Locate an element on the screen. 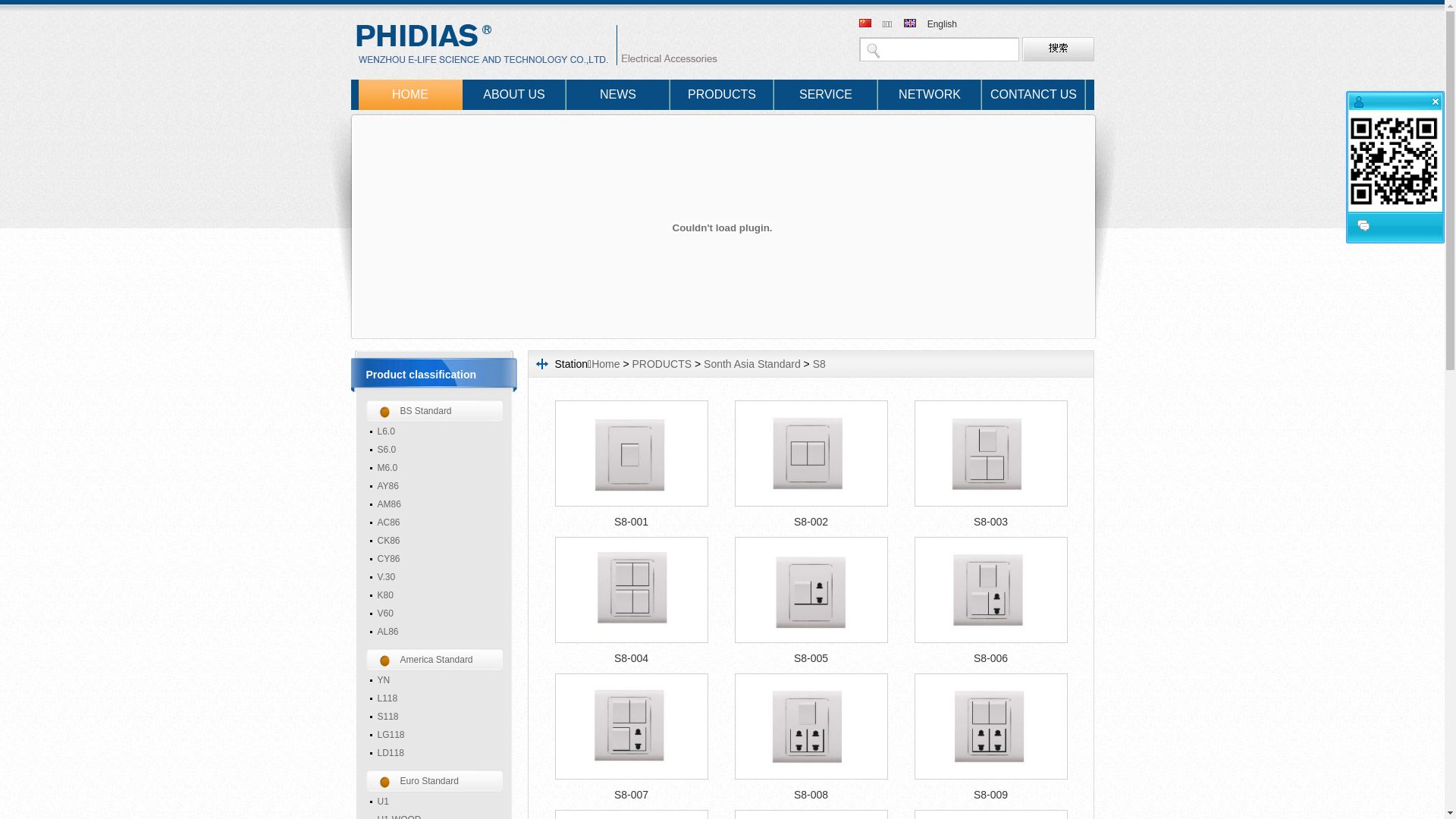  'S8-006' is located at coordinates (990, 657).